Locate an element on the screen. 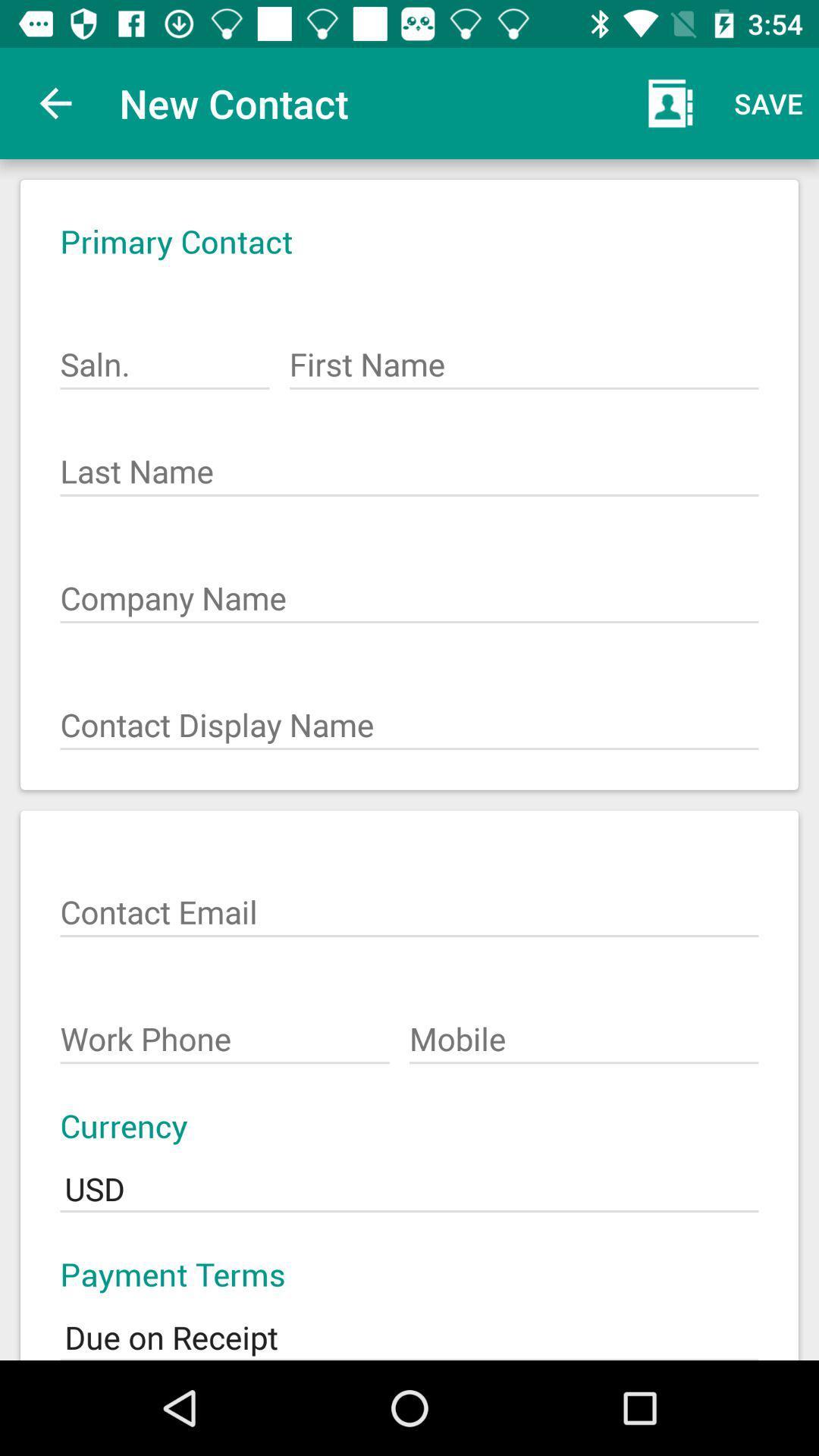  icon to the left of new contact item is located at coordinates (55, 102).